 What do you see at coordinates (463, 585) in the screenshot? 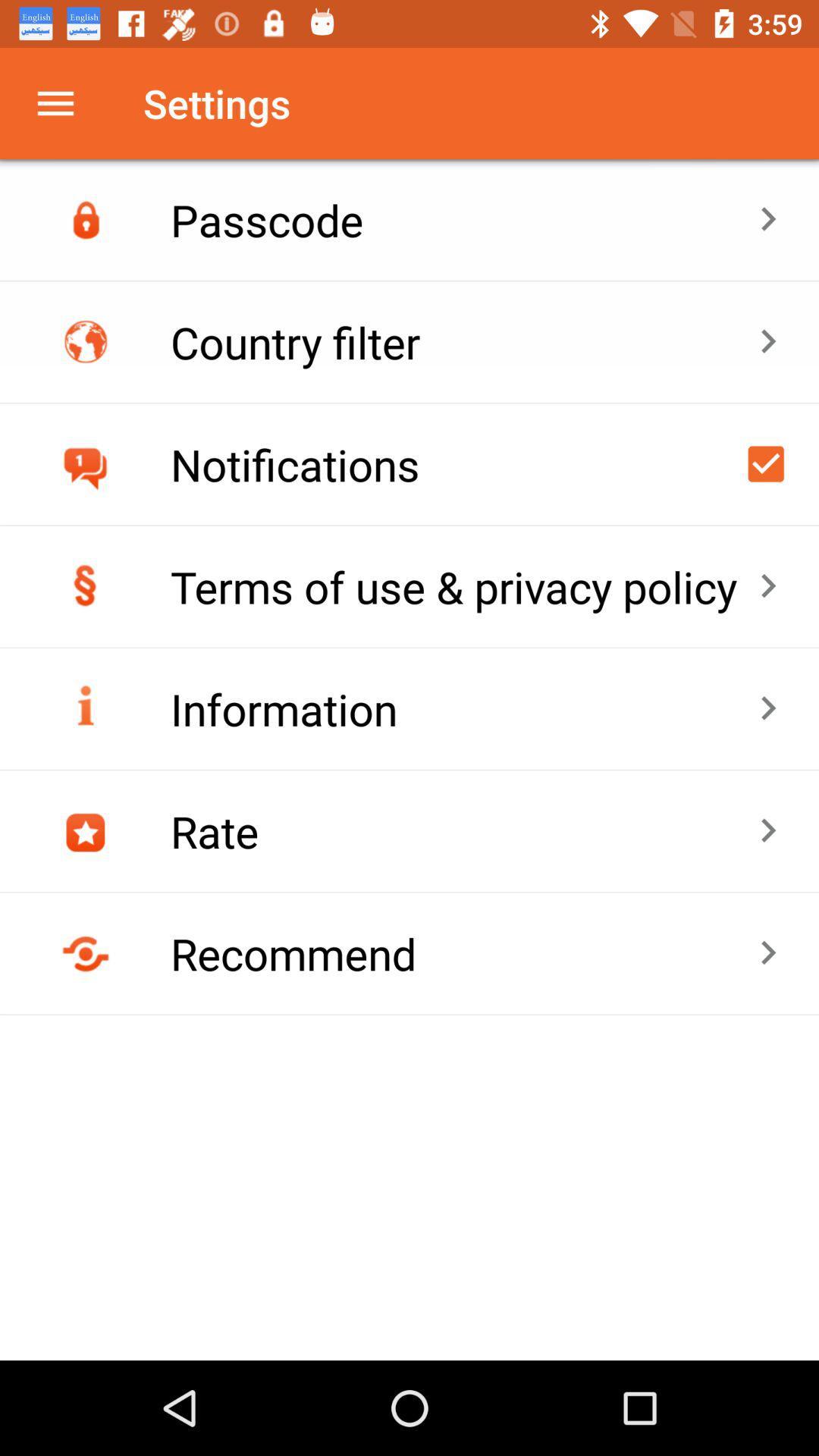
I see `terms of use item` at bounding box center [463, 585].